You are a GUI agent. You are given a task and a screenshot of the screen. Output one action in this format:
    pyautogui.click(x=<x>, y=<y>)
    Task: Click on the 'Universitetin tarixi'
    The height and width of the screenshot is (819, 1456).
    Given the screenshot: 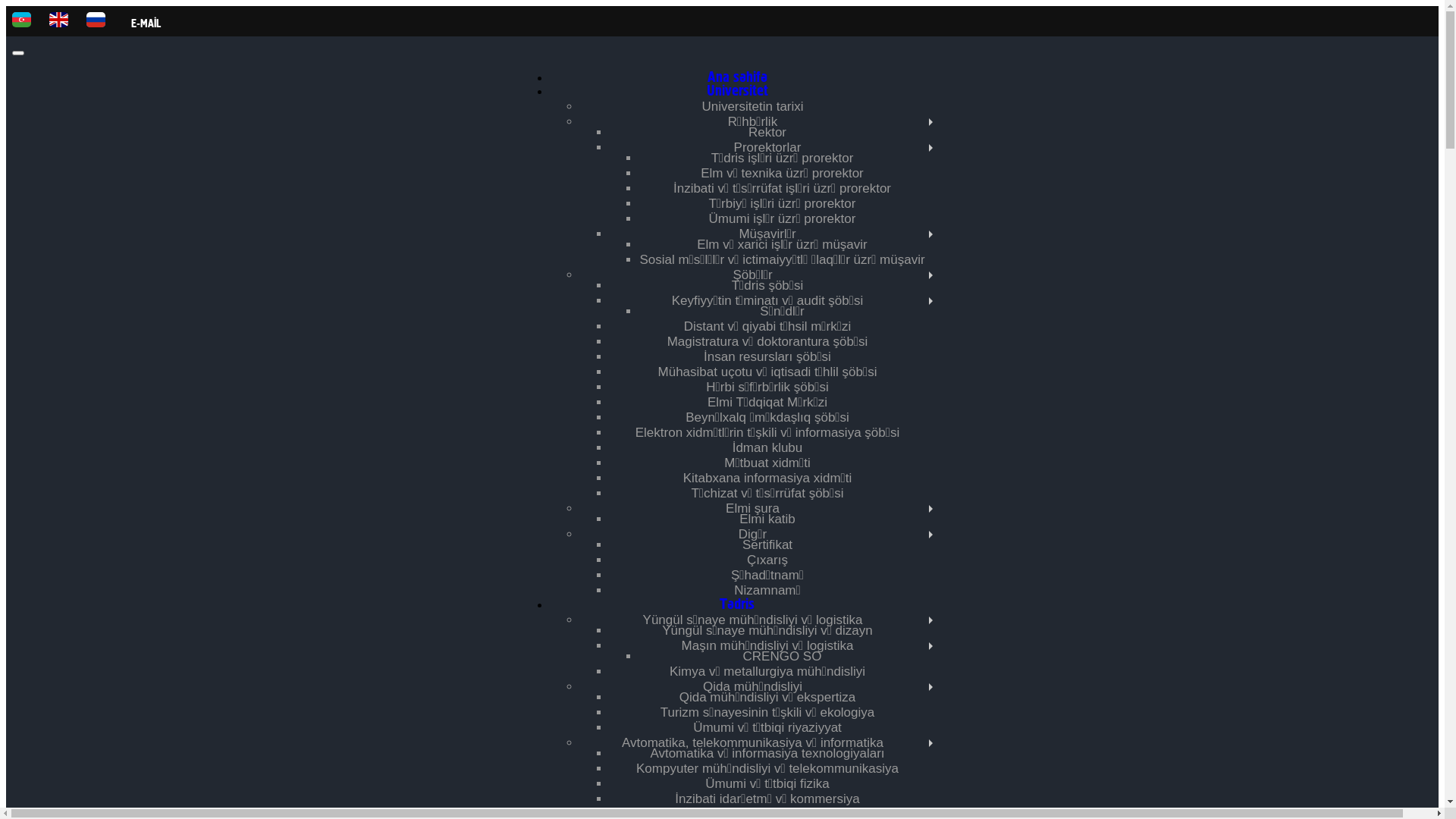 What is the action you would take?
    pyautogui.click(x=752, y=105)
    